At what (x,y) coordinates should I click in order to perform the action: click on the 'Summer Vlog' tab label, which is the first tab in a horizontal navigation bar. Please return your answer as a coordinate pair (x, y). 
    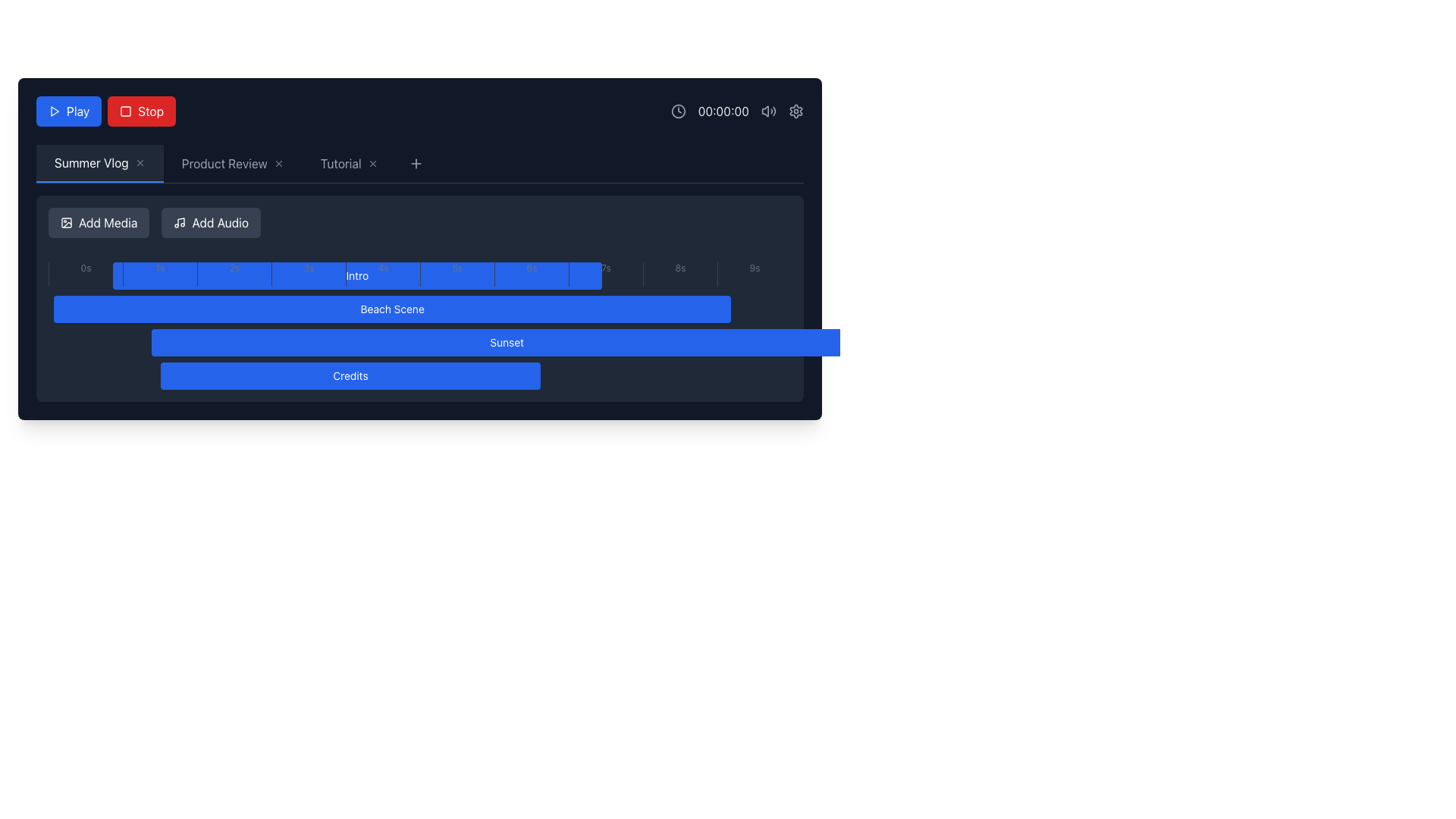
    Looking at the image, I should click on (90, 163).